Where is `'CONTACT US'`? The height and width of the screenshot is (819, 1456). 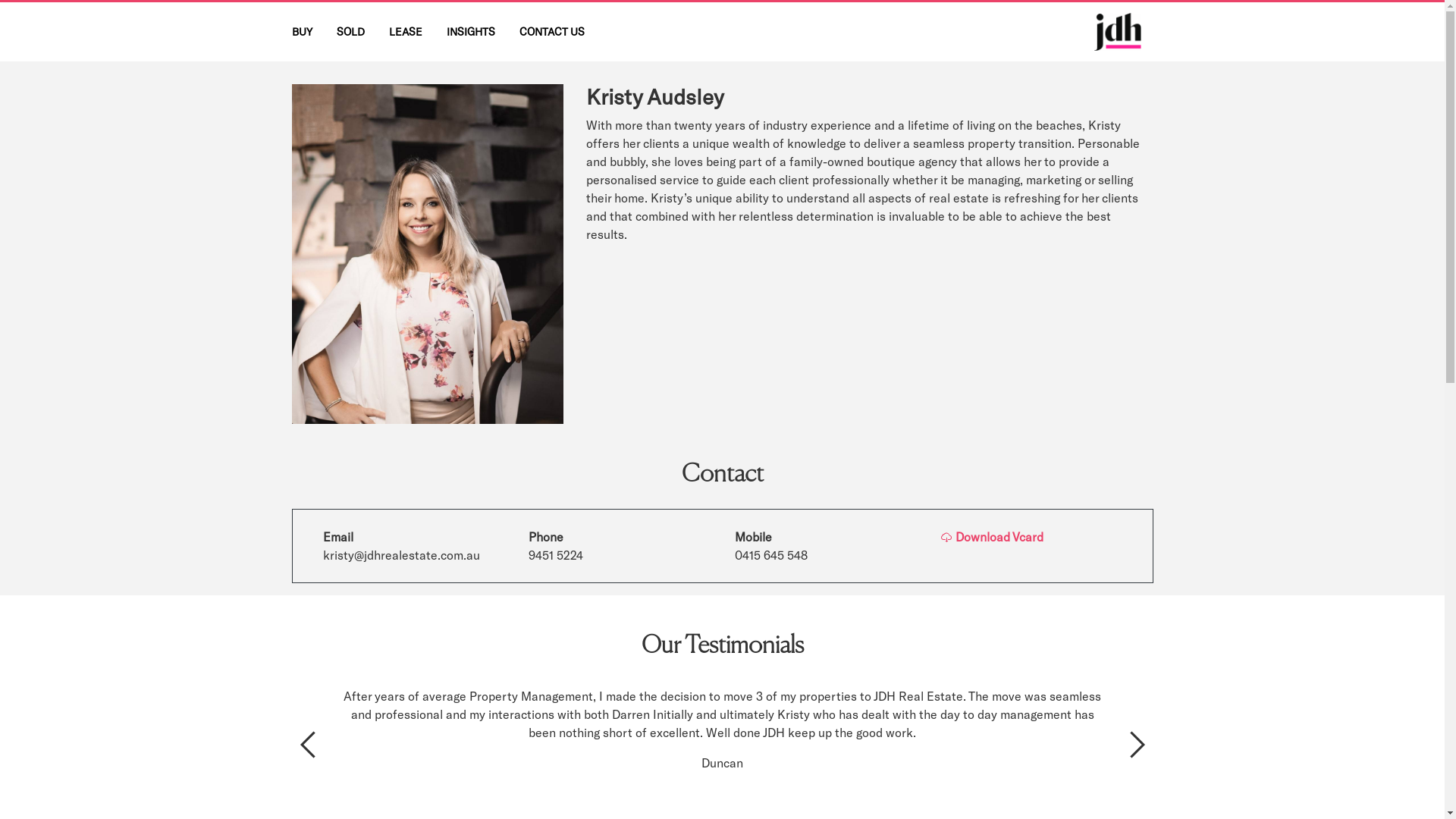 'CONTACT US' is located at coordinates (550, 32).